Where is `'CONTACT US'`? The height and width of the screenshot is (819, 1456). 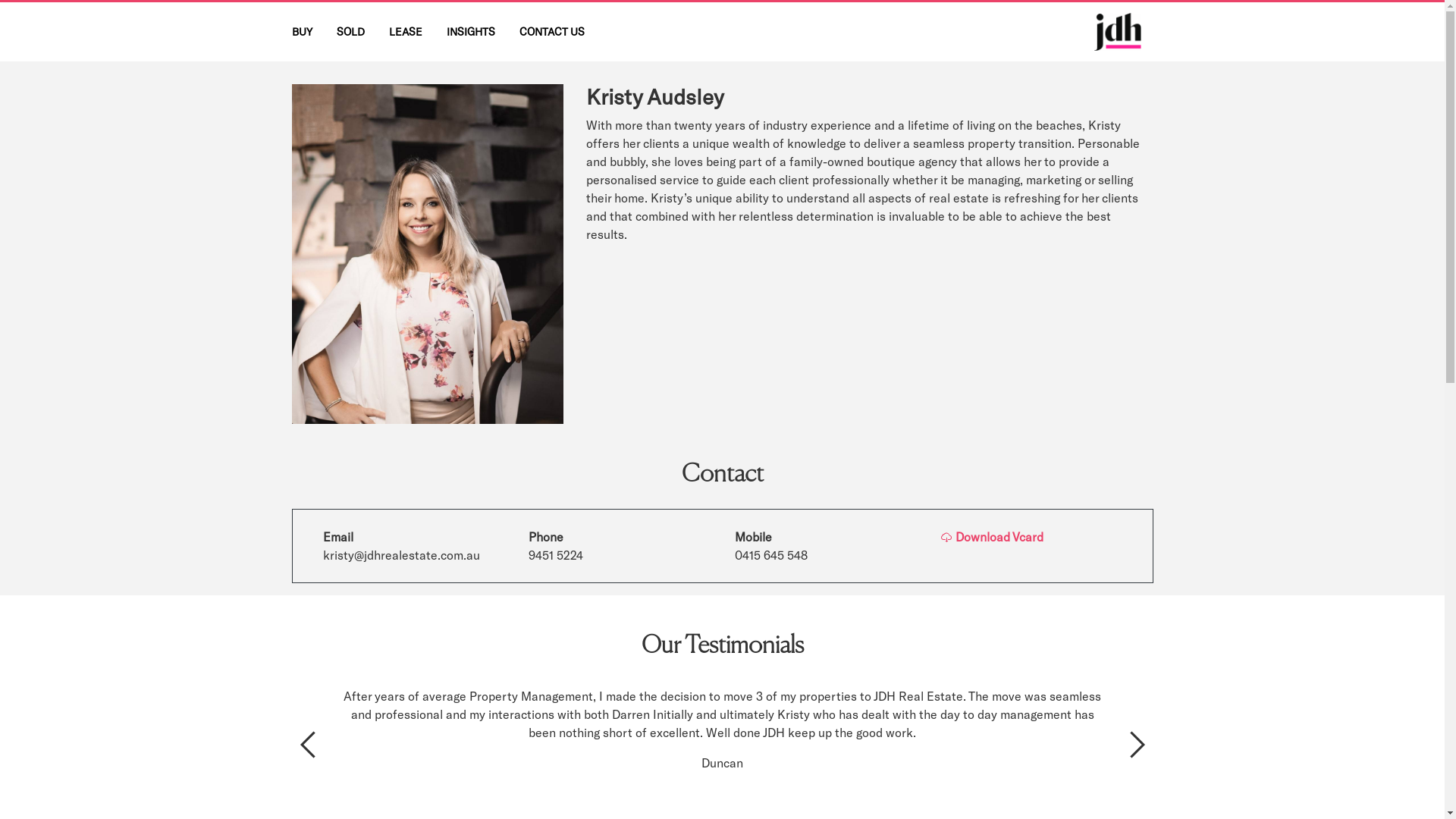 'CONTACT US' is located at coordinates (550, 32).